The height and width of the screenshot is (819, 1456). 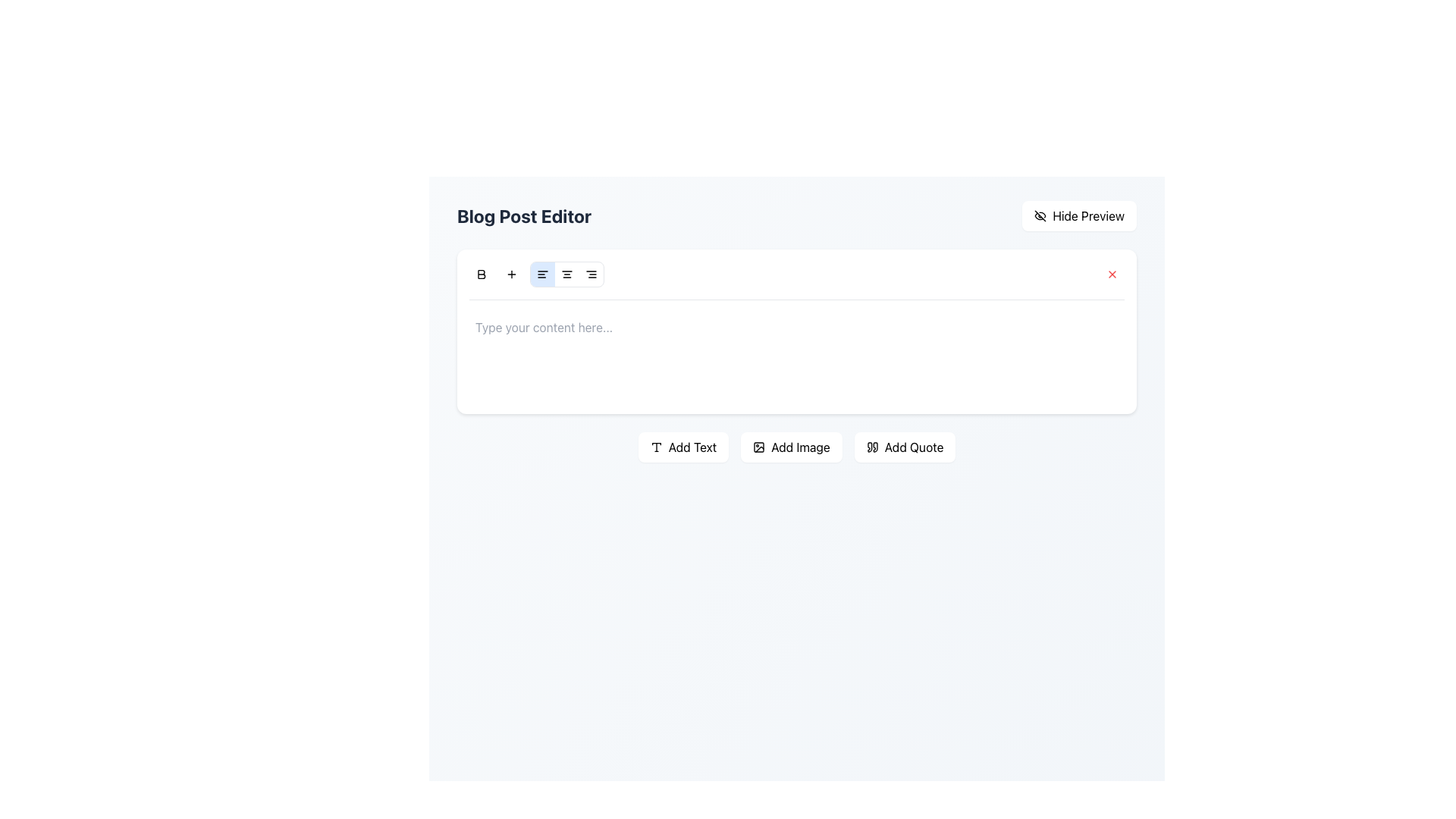 What do you see at coordinates (682, 447) in the screenshot?
I see `the 'Add Text' button located centrally near the bottom of the editor interface for keyboard interaction` at bounding box center [682, 447].